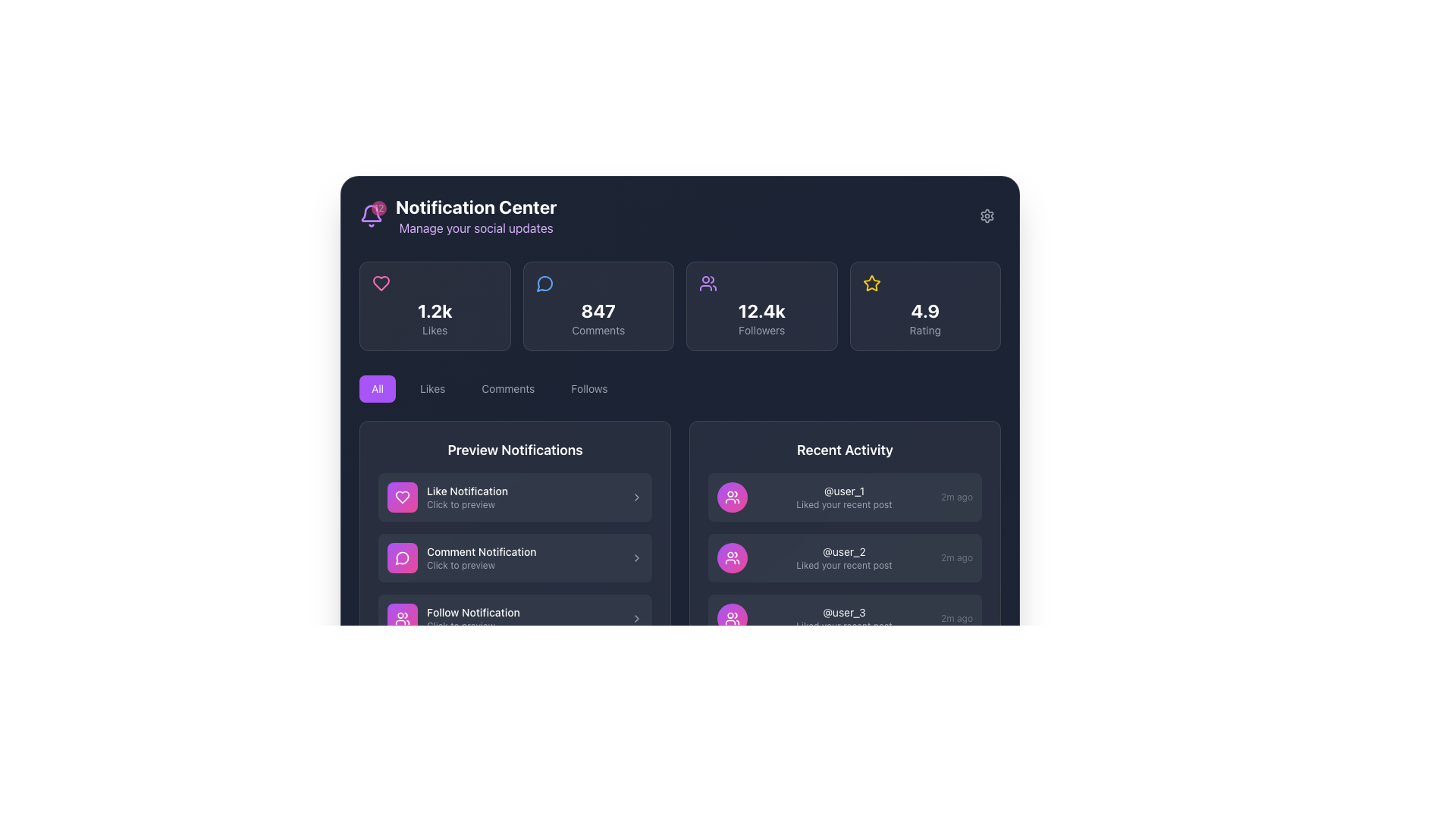 This screenshot has width=1456, height=819. What do you see at coordinates (637, 497) in the screenshot?
I see `the right-pointing gray chevron icon located at the far right of the 'Like Notification' row` at bounding box center [637, 497].